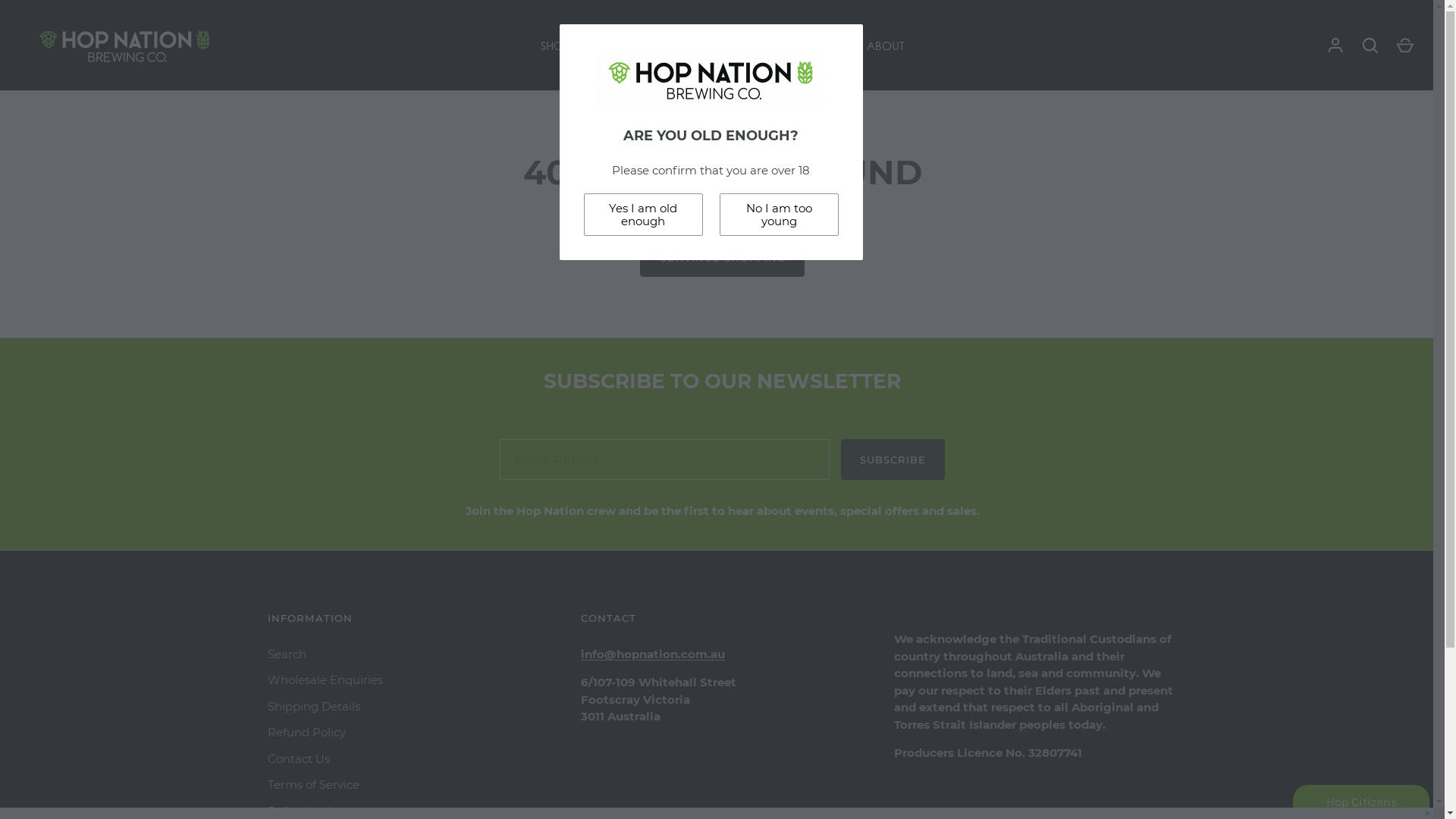 The image size is (1456, 819). What do you see at coordinates (652, 45) in the screenshot?
I see `'SHOP THE REST'` at bounding box center [652, 45].